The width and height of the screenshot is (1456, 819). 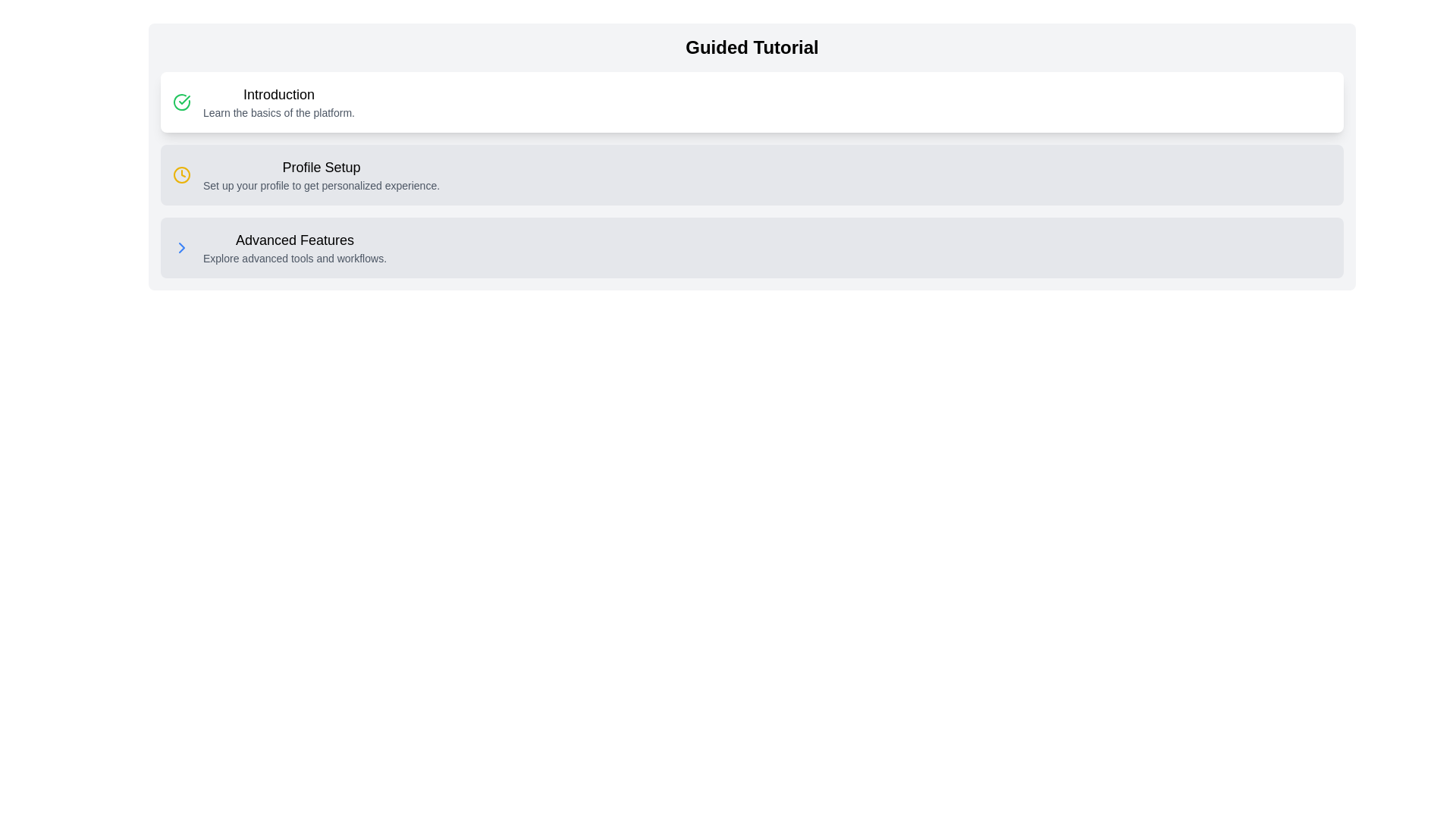 What do you see at coordinates (182, 102) in the screenshot?
I see `the green circular graphic that is part of the check mark icon in the Guided Tutorial UI, located at the left edge of the 'Introduction' section` at bounding box center [182, 102].